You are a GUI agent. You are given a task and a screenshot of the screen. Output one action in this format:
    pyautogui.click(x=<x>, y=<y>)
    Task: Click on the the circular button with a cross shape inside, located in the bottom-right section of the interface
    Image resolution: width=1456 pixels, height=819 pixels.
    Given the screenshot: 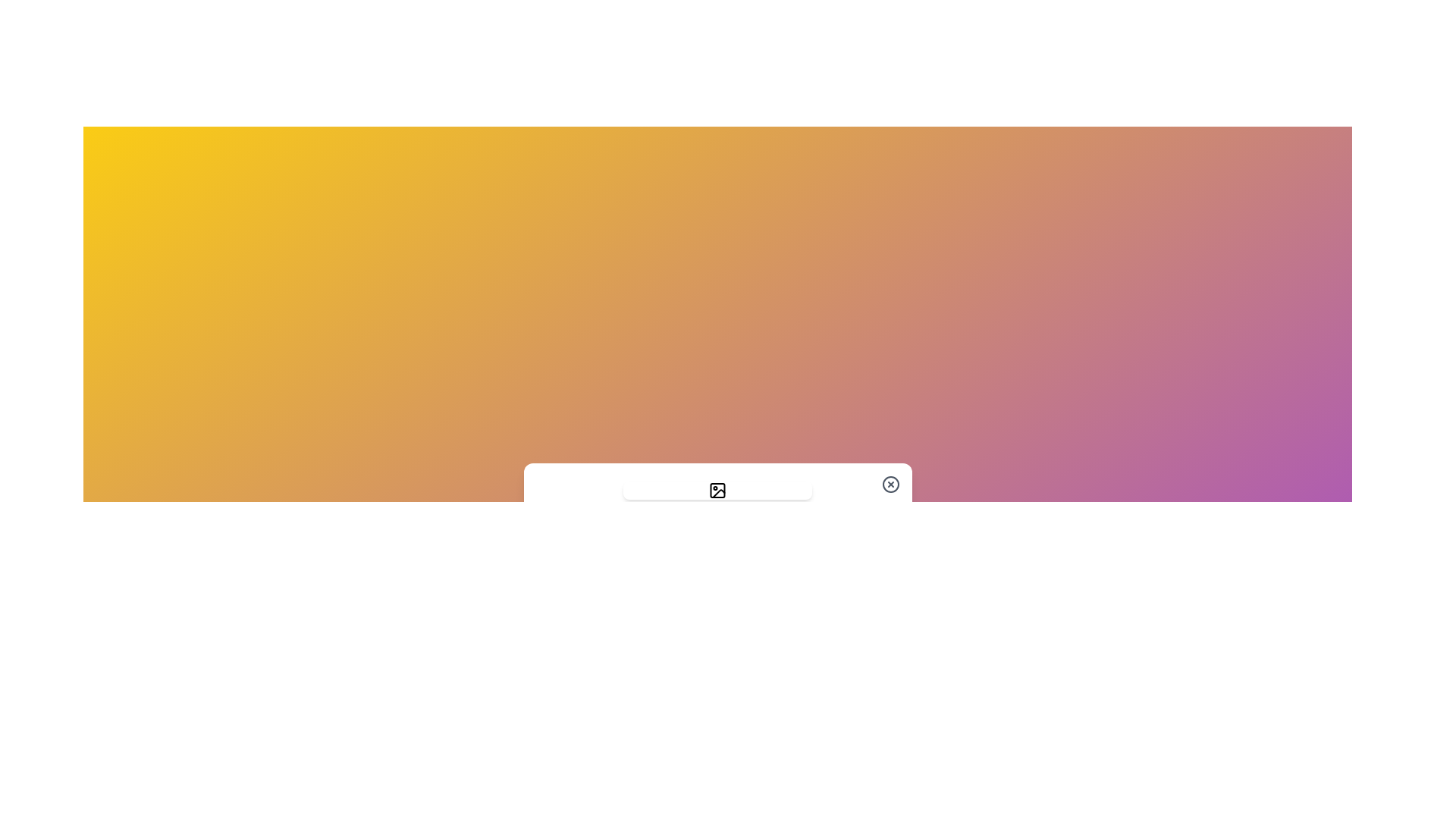 What is the action you would take?
    pyautogui.click(x=890, y=485)
    